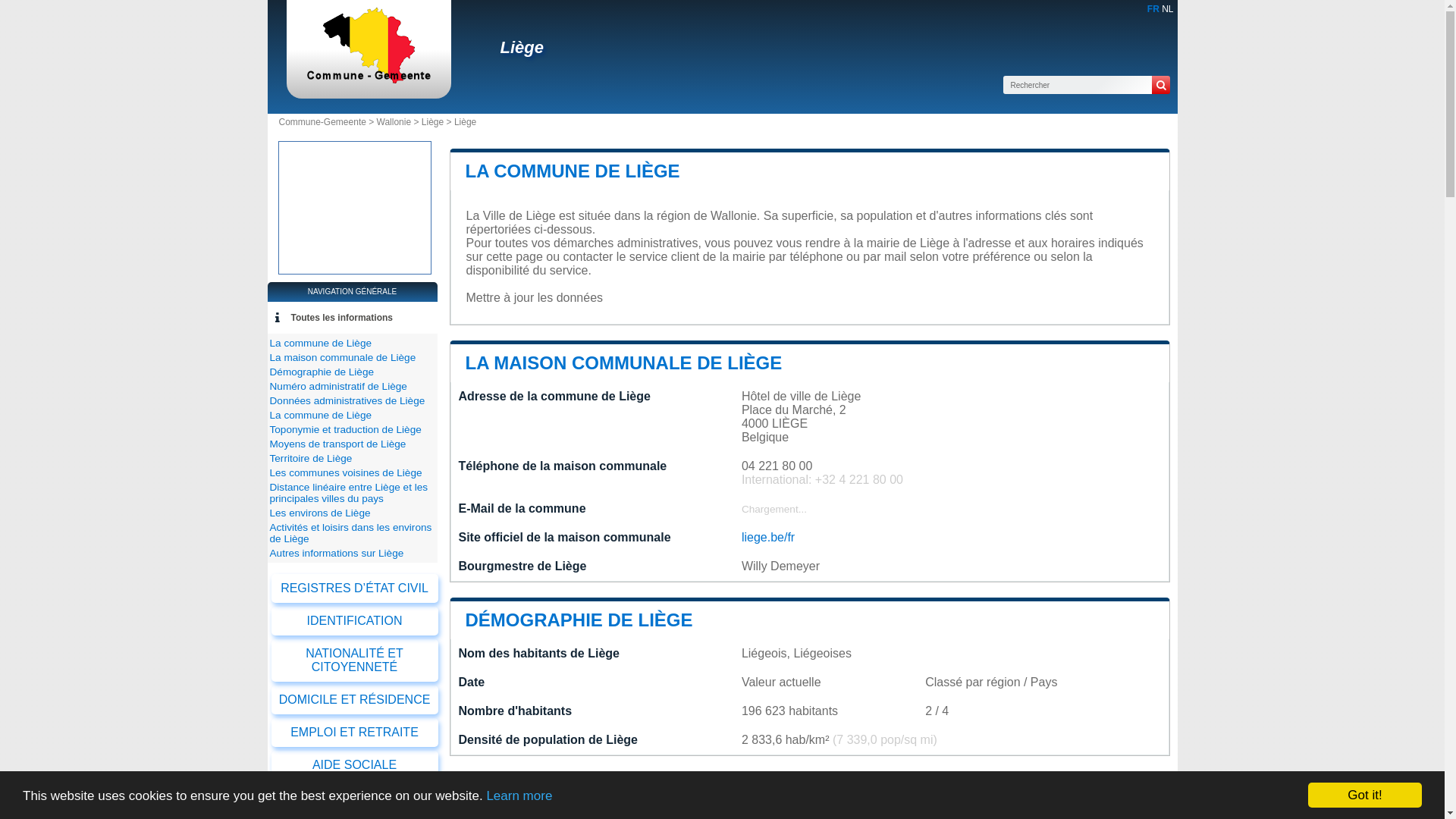 Image resolution: width=1456 pixels, height=819 pixels. What do you see at coordinates (353, 765) in the screenshot?
I see `'AIDE SOCIALE'` at bounding box center [353, 765].